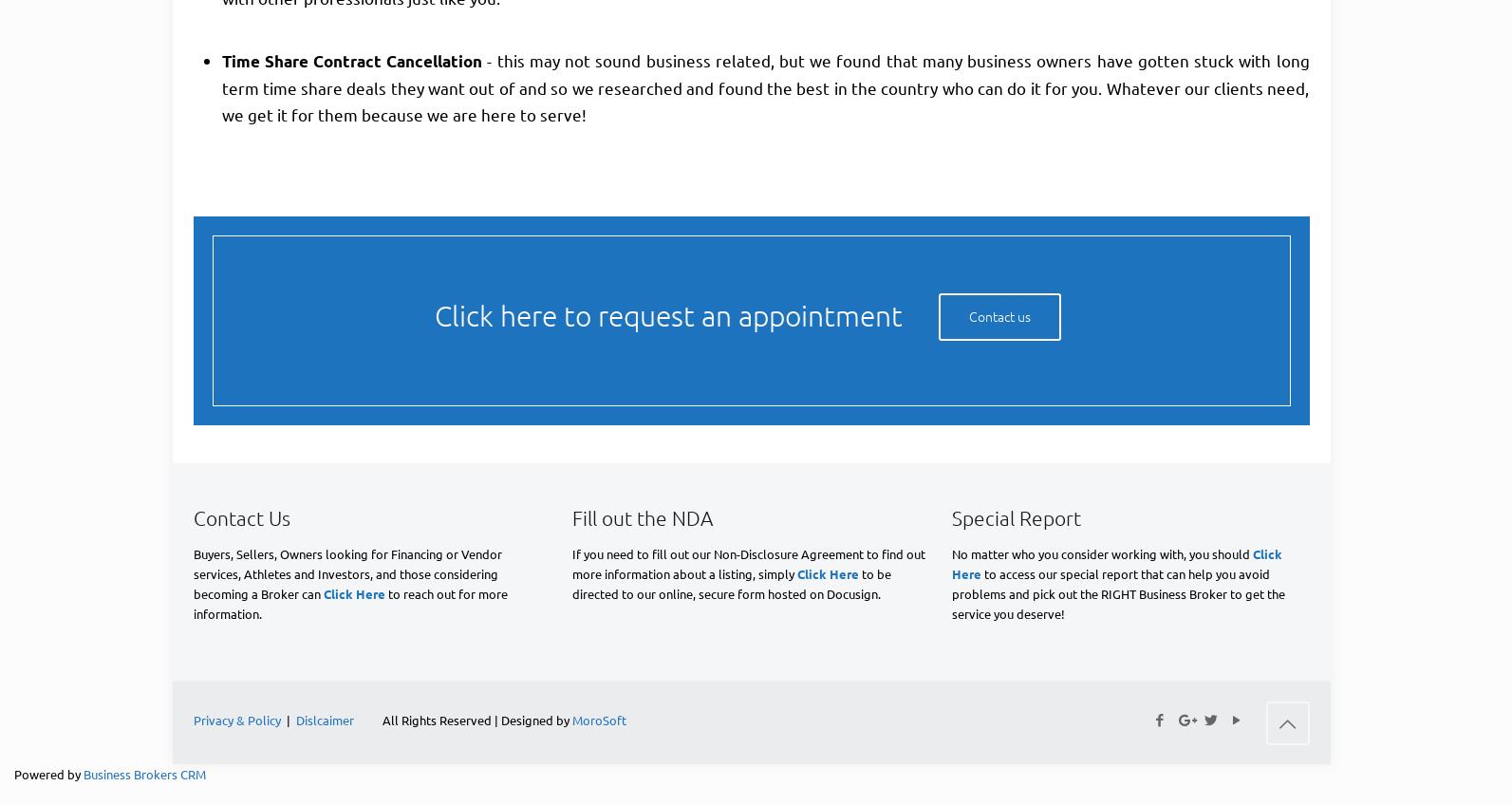 Image resolution: width=1512 pixels, height=805 pixels. What do you see at coordinates (286, 718) in the screenshot?
I see `'|'` at bounding box center [286, 718].